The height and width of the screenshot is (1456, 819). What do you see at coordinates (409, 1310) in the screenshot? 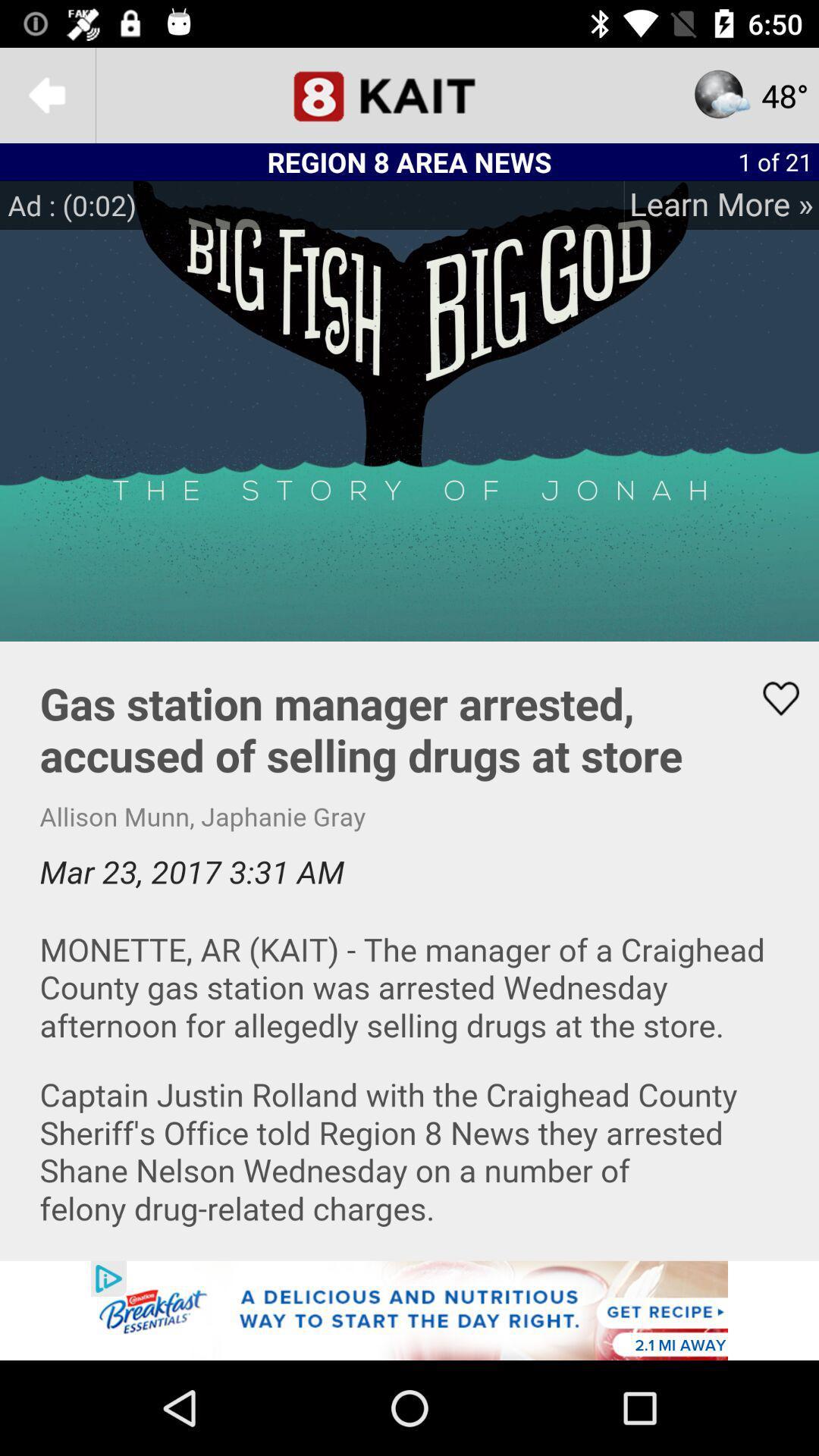
I see `the advertisement` at bounding box center [409, 1310].